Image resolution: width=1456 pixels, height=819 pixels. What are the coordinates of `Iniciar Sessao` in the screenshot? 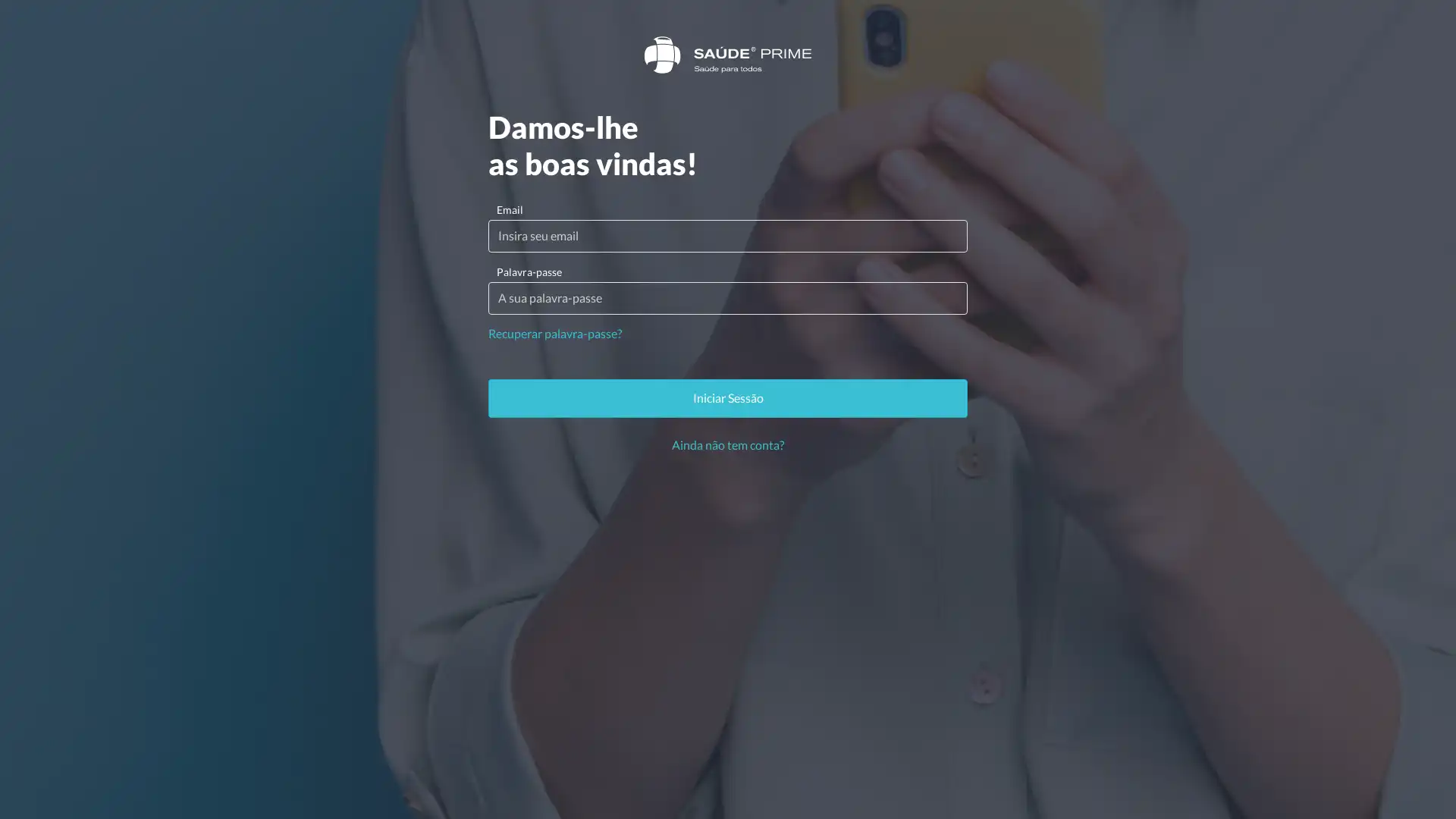 It's located at (728, 397).